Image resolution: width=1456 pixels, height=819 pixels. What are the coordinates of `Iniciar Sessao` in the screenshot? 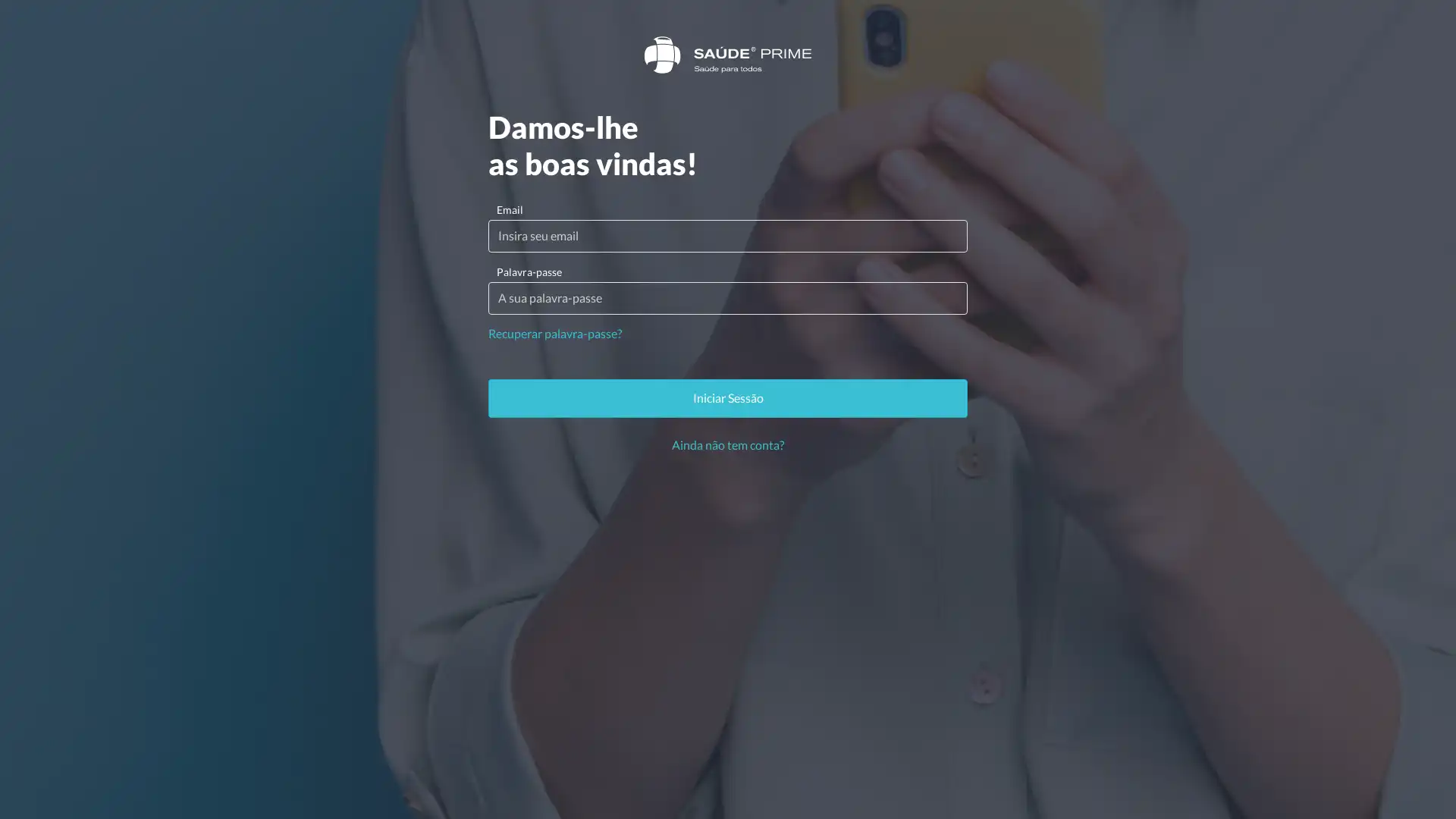 It's located at (728, 397).